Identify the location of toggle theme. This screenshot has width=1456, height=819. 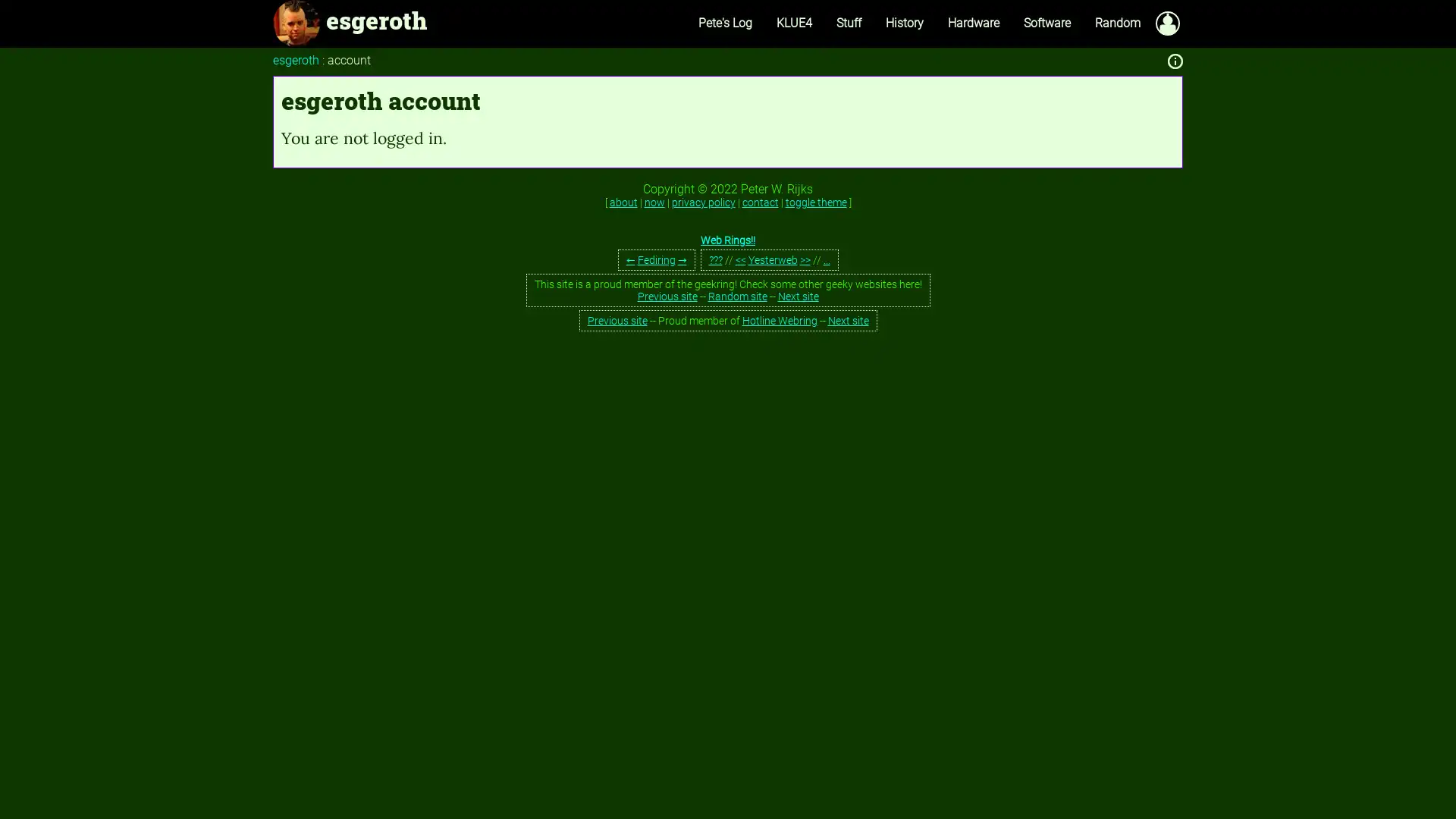
(814, 201).